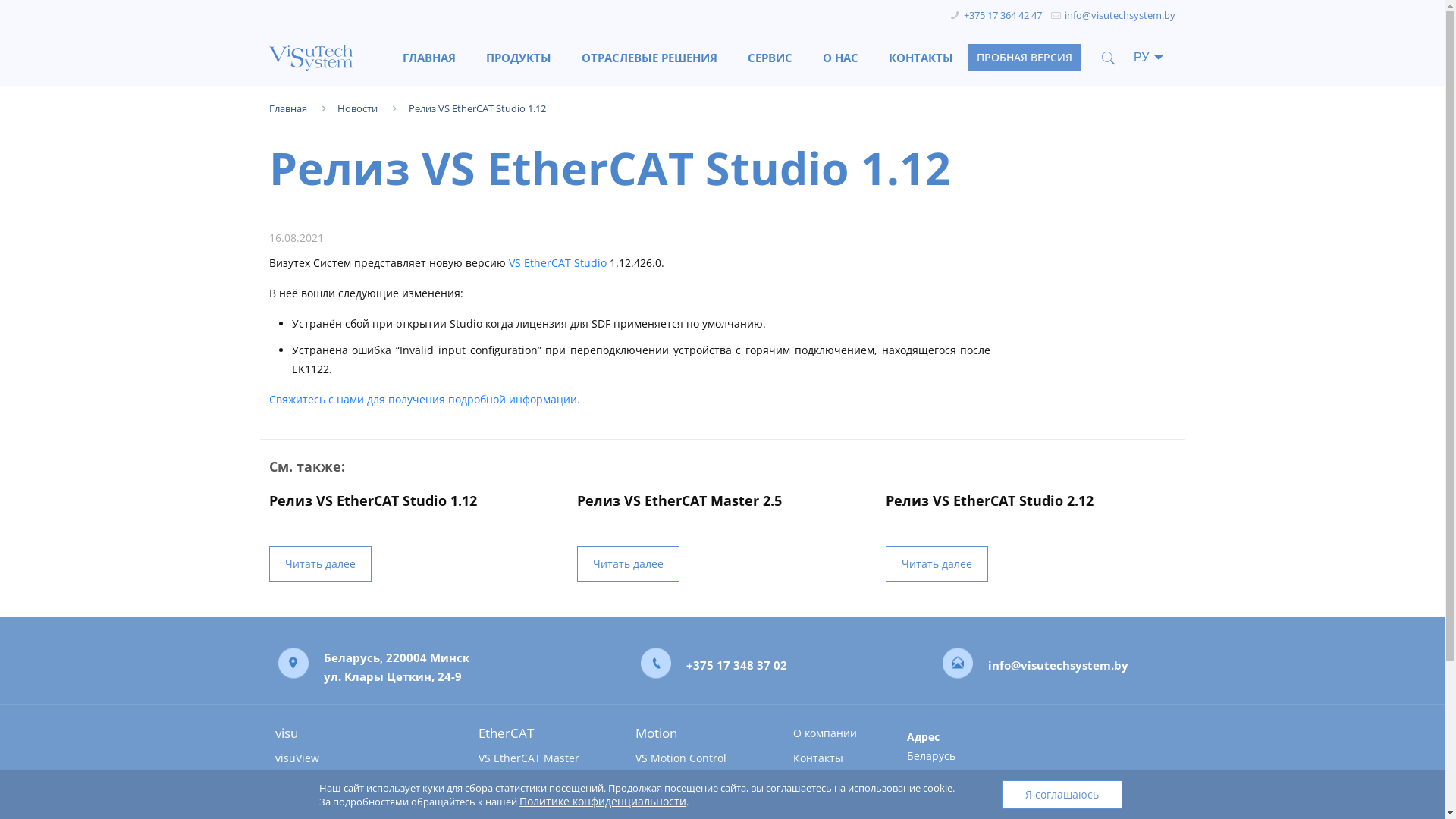  Describe the element at coordinates (269, 57) in the screenshot. I see `'Visutech System'` at that location.